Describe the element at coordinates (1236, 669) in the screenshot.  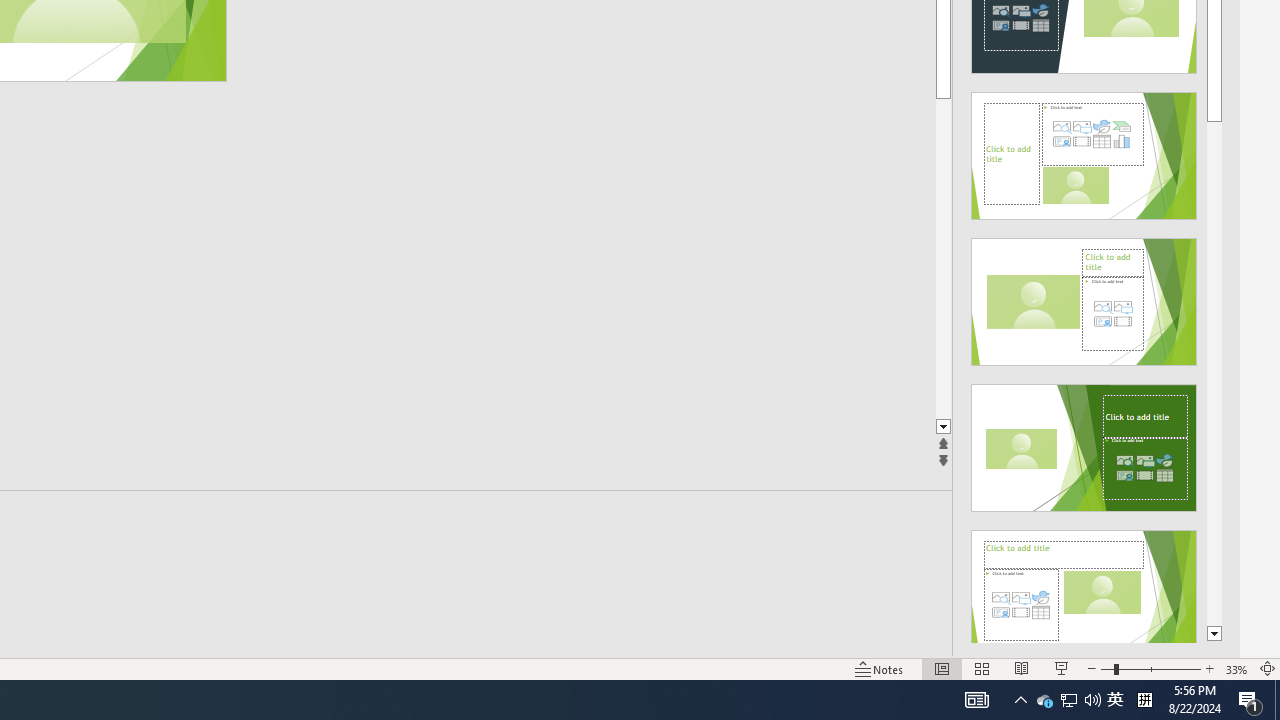
I see `'Zoom 33%'` at that location.